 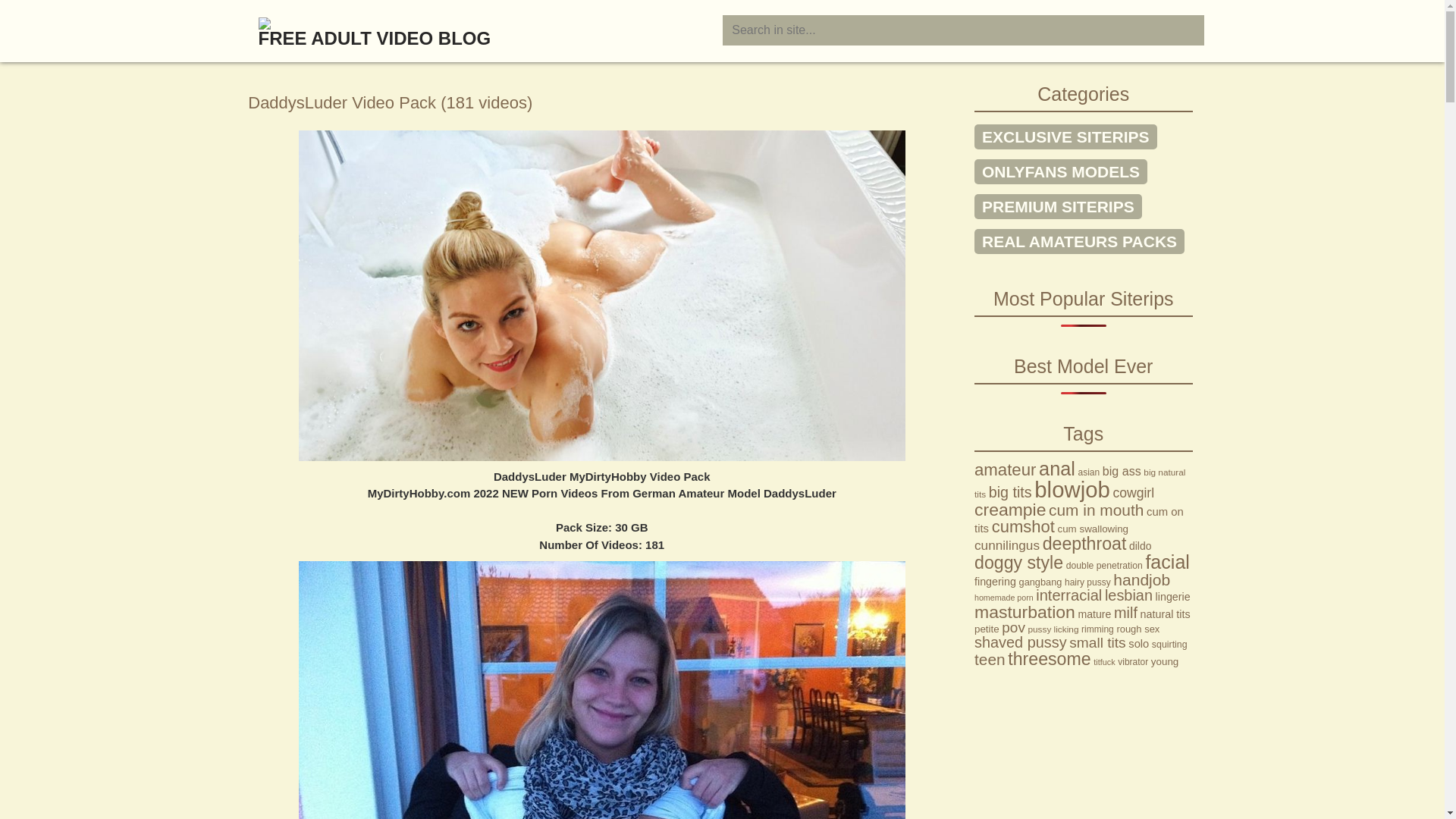 What do you see at coordinates (1078, 240) in the screenshot?
I see `'REAL AMATEURS PACKS'` at bounding box center [1078, 240].